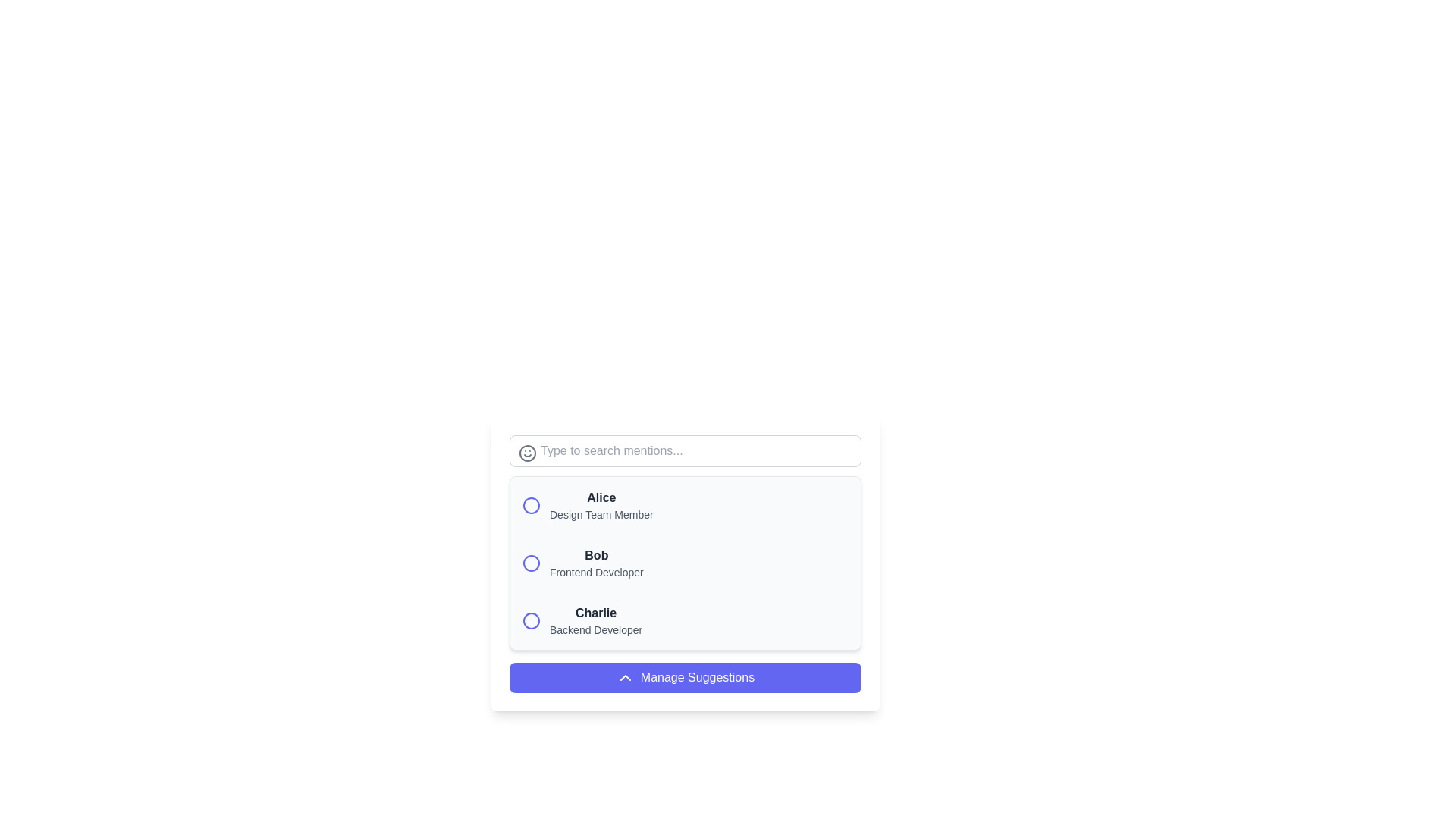 This screenshot has width=1456, height=819. I want to click on the selectable text option displaying 'Bob' which is the second entry in a dropdown list, so click(595, 563).